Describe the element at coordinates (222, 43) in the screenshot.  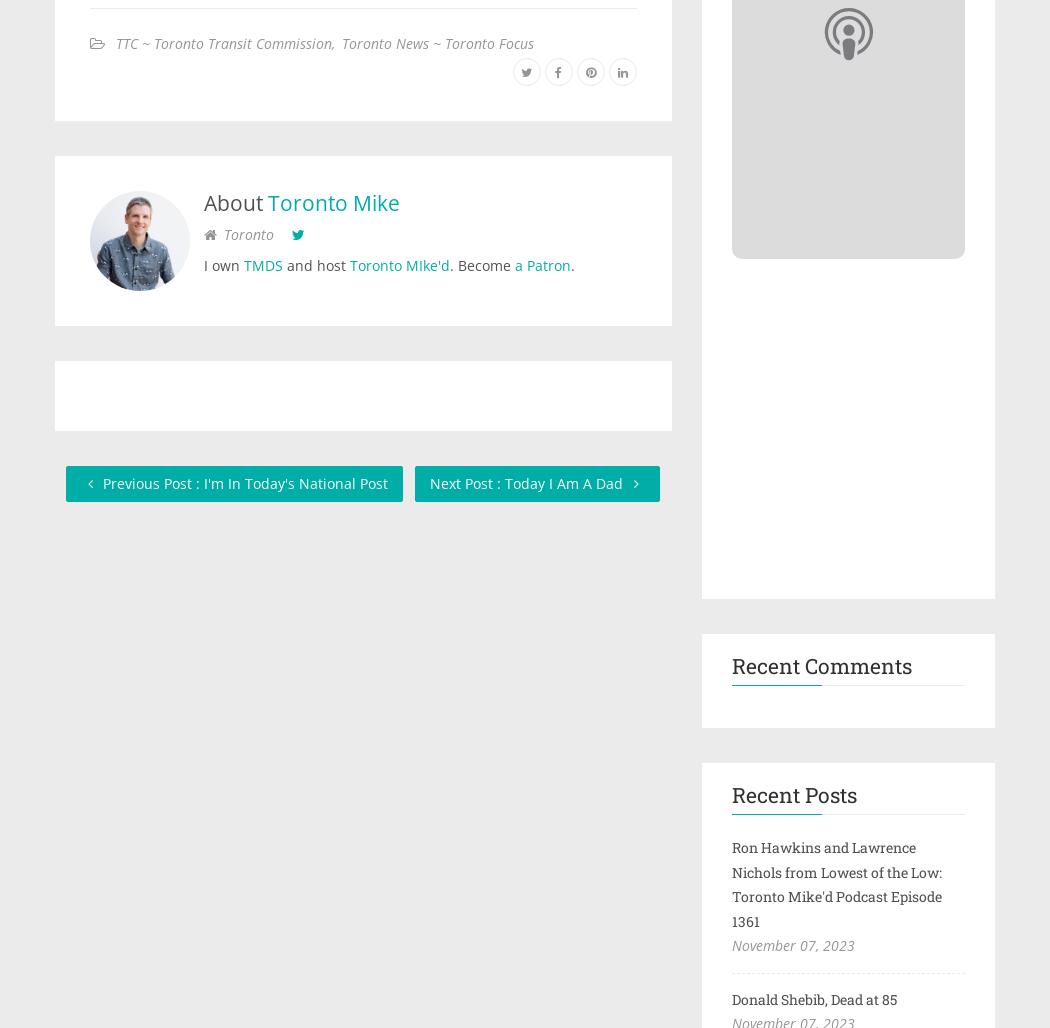
I see `'TTC ~ Toronto Transit Commission'` at that location.